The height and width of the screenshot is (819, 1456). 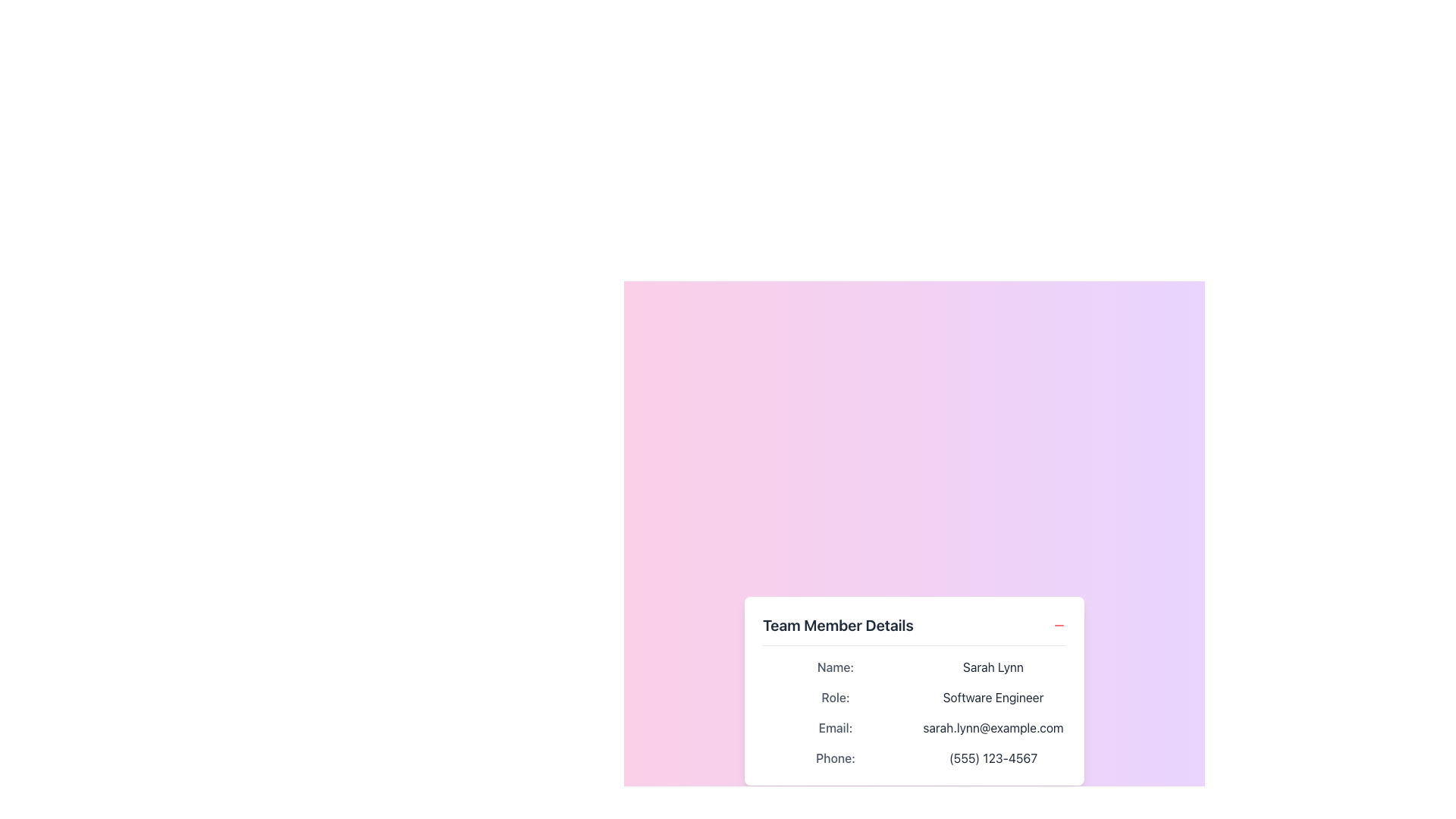 What do you see at coordinates (835, 758) in the screenshot?
I see `the fourth text label indicating the user's phone number in the profile details card, located in the left column of a two-column layout` at bounding box center [835, 758].